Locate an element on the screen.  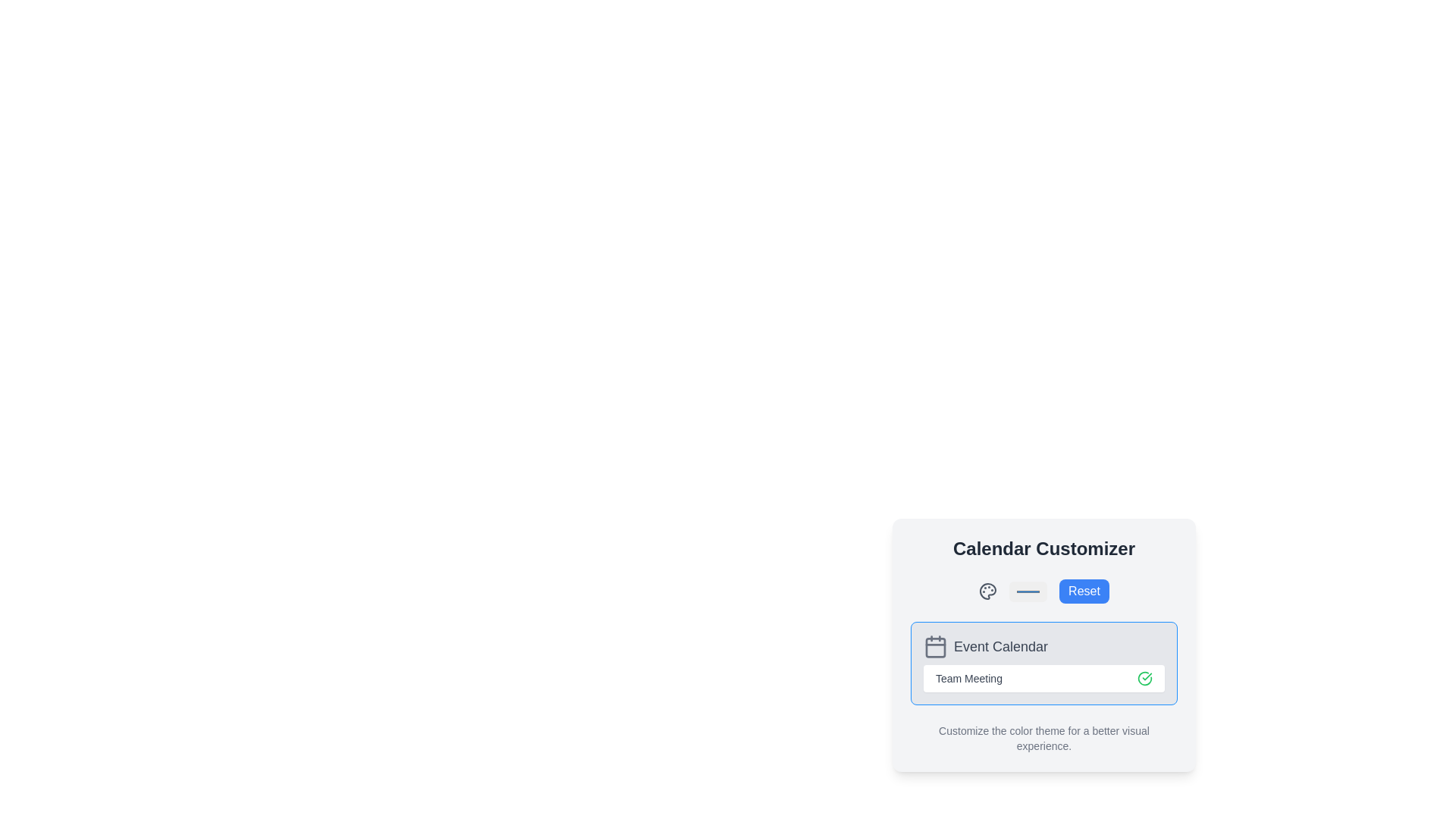
the calendar icon that is positioned to the left of the 'Event Calendar' label within the 'Calendar Customizer' section is located at coordinates (934, 646).